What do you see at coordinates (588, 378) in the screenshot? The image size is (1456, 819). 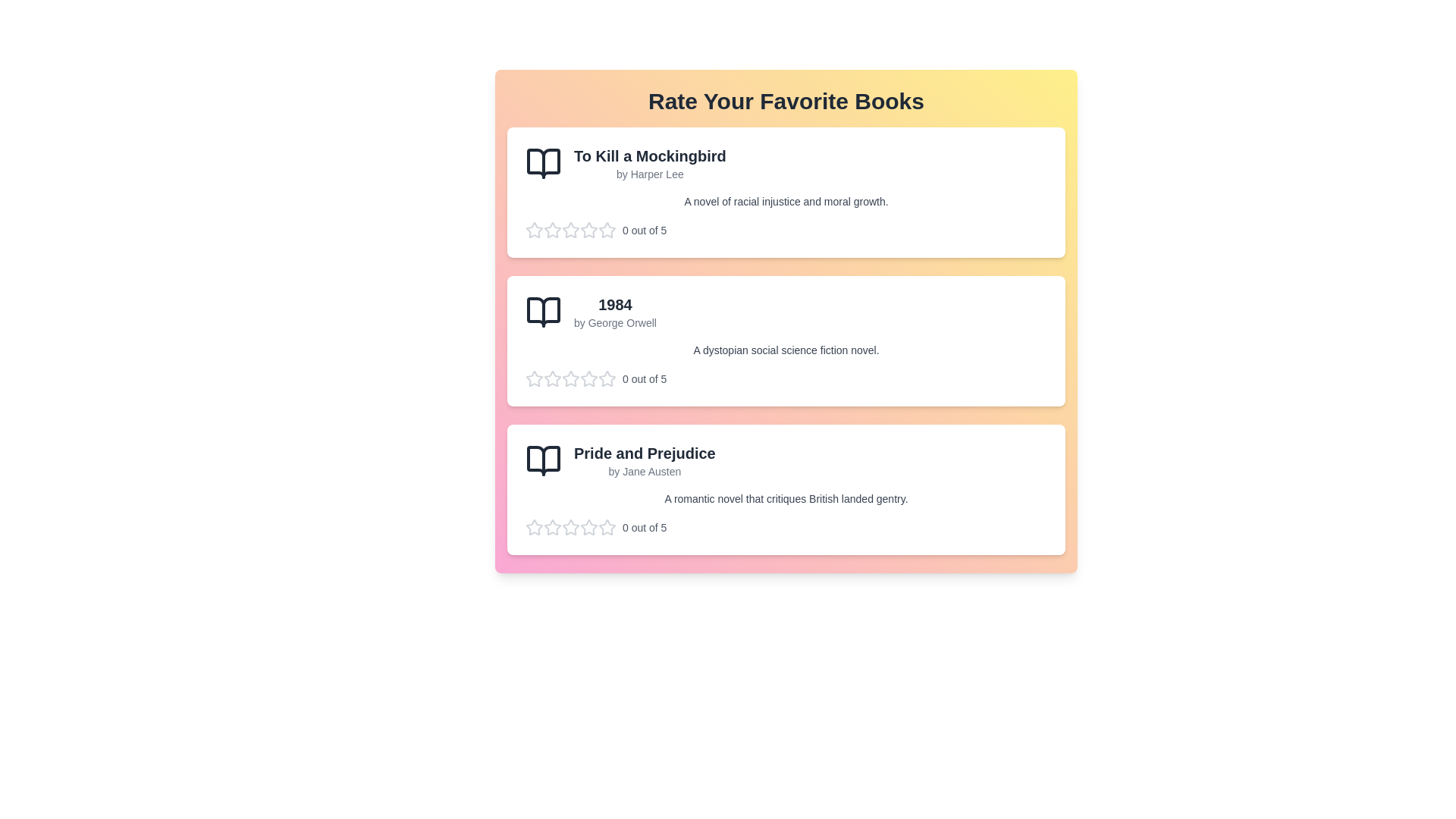 I see `the fifth star icon in the rating system located below the book title '1984' by George Orwell` at bounding box center [588, 378].